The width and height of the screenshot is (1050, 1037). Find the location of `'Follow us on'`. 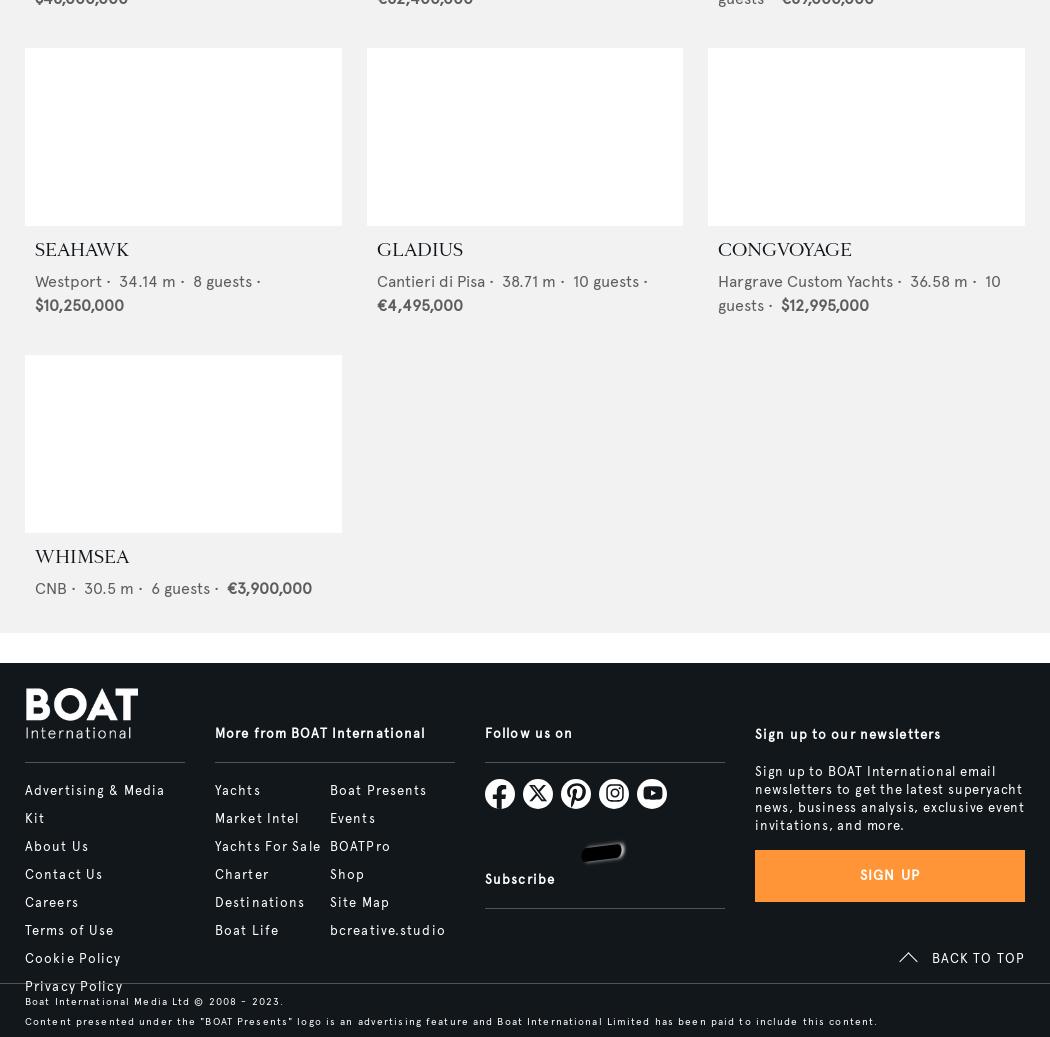

'Follow us on' is located at coordinates (484, 733).